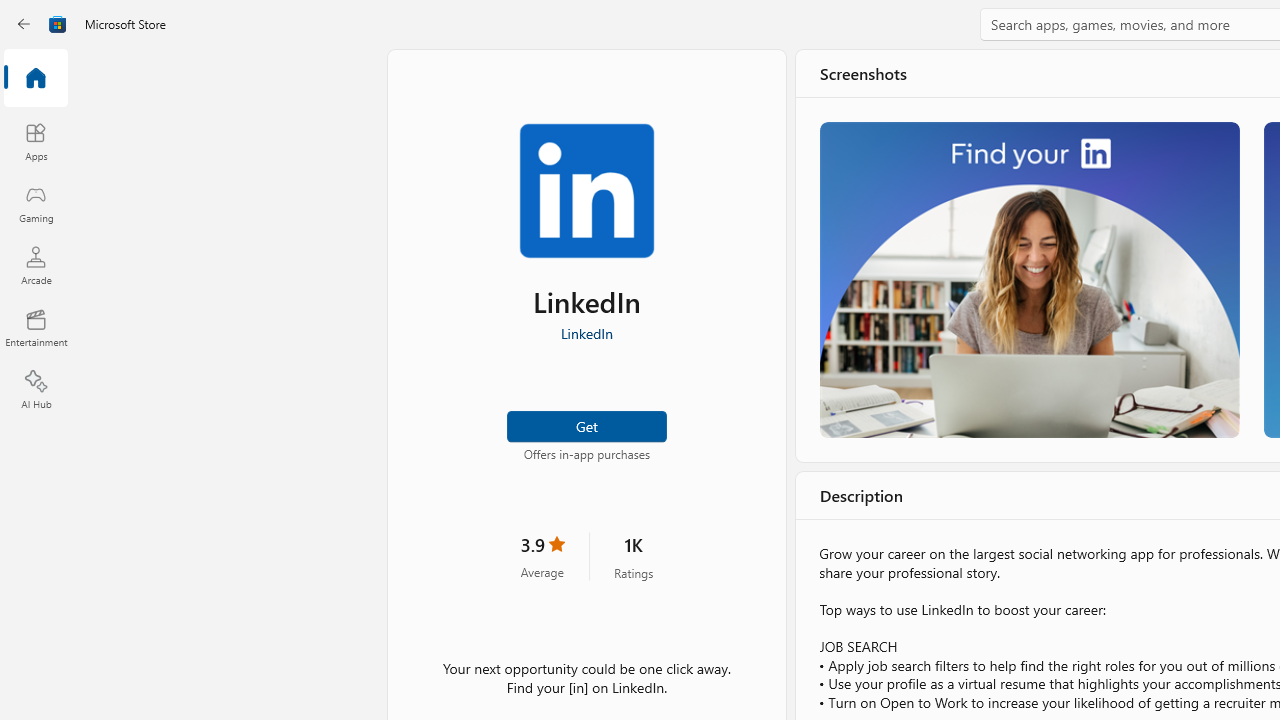 Image resolution: width=1280 pixels, height=720 pixels. Describe the element at coordinates (35, 203) in the screenshot. I see `'Gaming'` at that location.